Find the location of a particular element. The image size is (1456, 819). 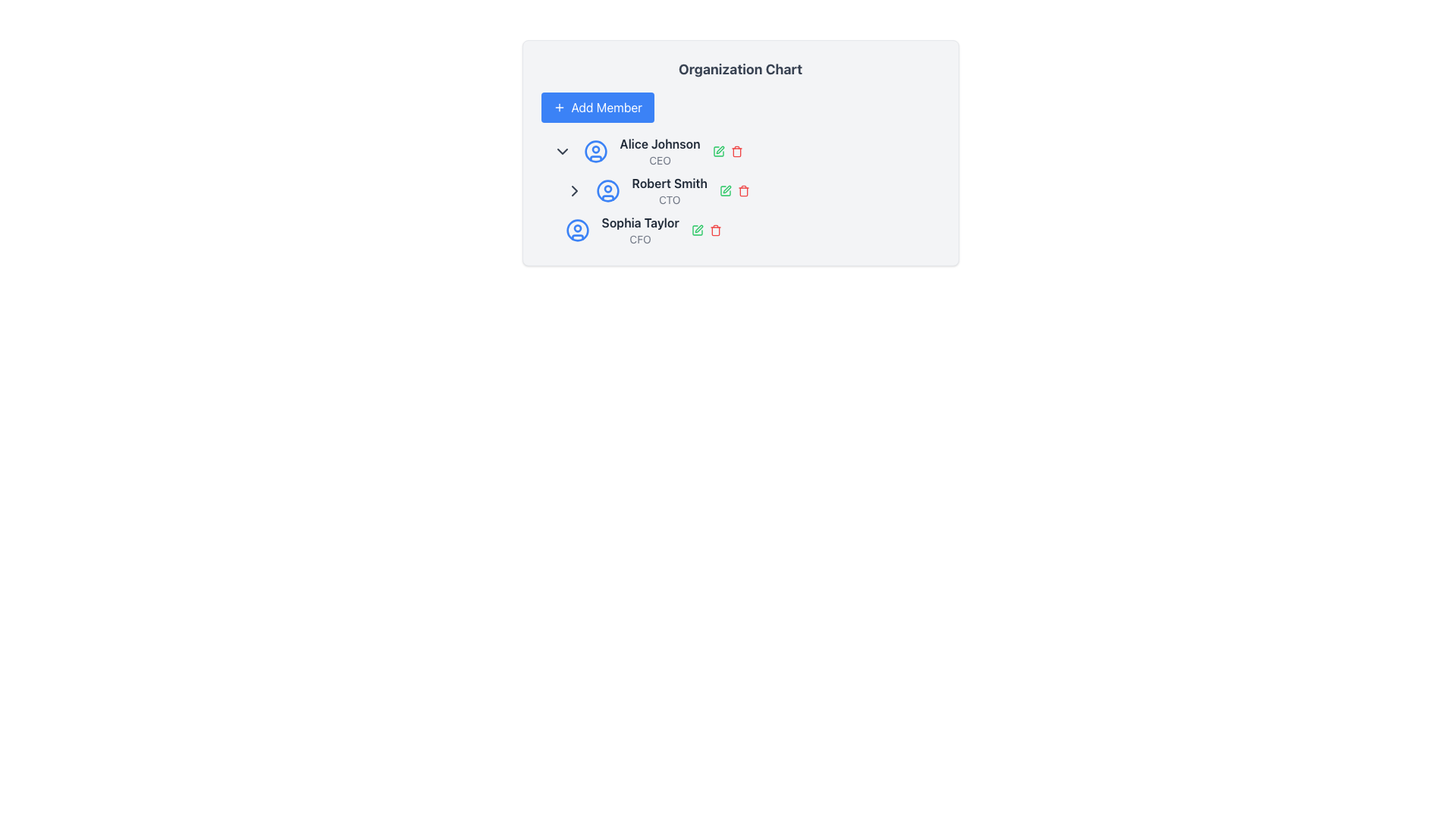

the circular icon outline representing the active profile of 'Sophia Taylor CFO' in the Organization Chart list is located at coordinates (576, 231).